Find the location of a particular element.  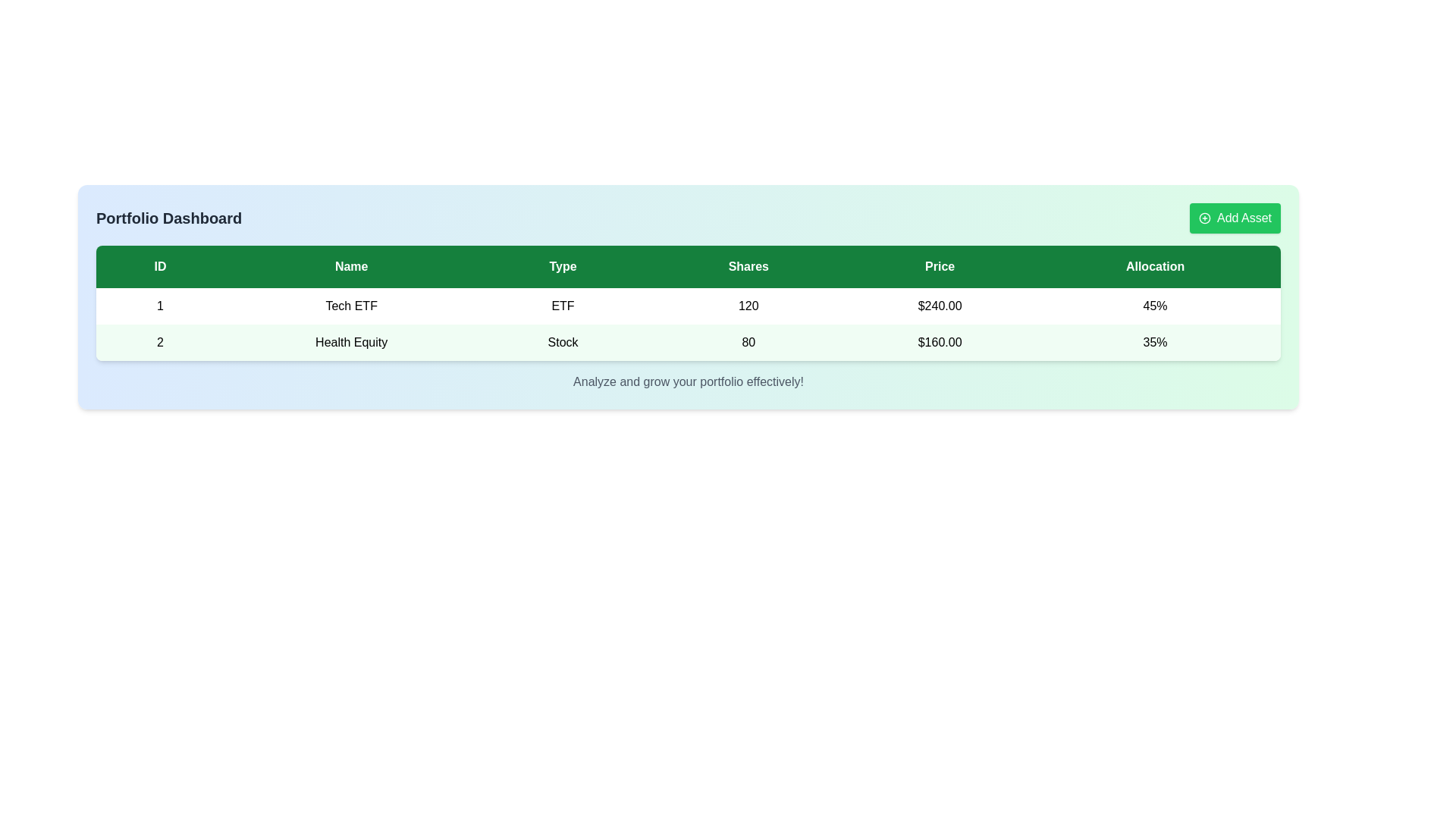

the static text element in the first column of the first row of the table, which represents the unique ID of the item is located at coordinates (160, 306).